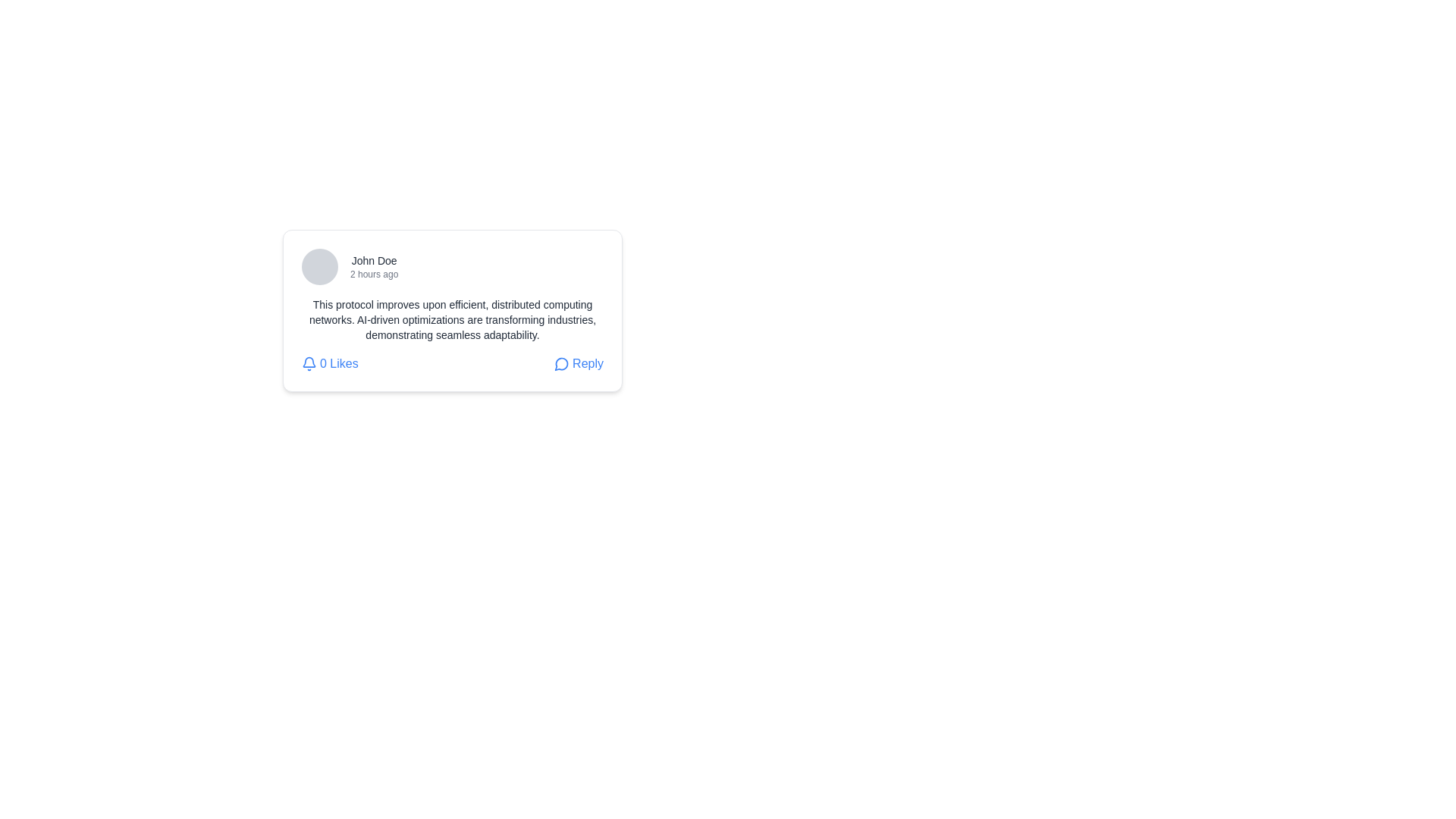 The image size is (1456, 819). What do you see at coordinates (374, 275) in the screenshot?
I see `the static text displaying '2 hours ago', which is small-sized gray text located below 'John Doe' in the upper-left section of the card component` at bounding box center [374, 275].